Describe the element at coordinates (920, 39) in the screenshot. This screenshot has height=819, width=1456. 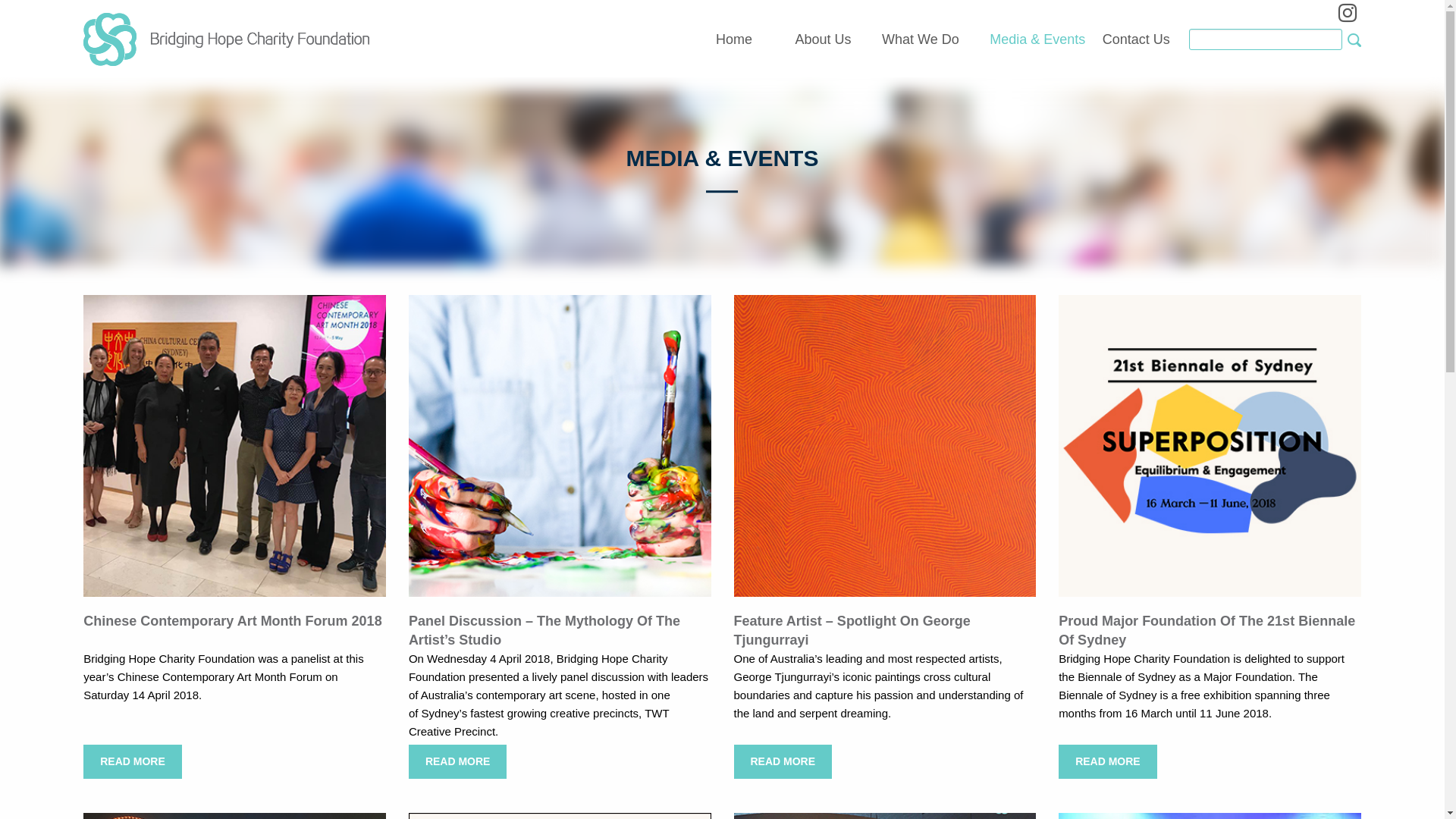
I see `'What We Do'` at that location.